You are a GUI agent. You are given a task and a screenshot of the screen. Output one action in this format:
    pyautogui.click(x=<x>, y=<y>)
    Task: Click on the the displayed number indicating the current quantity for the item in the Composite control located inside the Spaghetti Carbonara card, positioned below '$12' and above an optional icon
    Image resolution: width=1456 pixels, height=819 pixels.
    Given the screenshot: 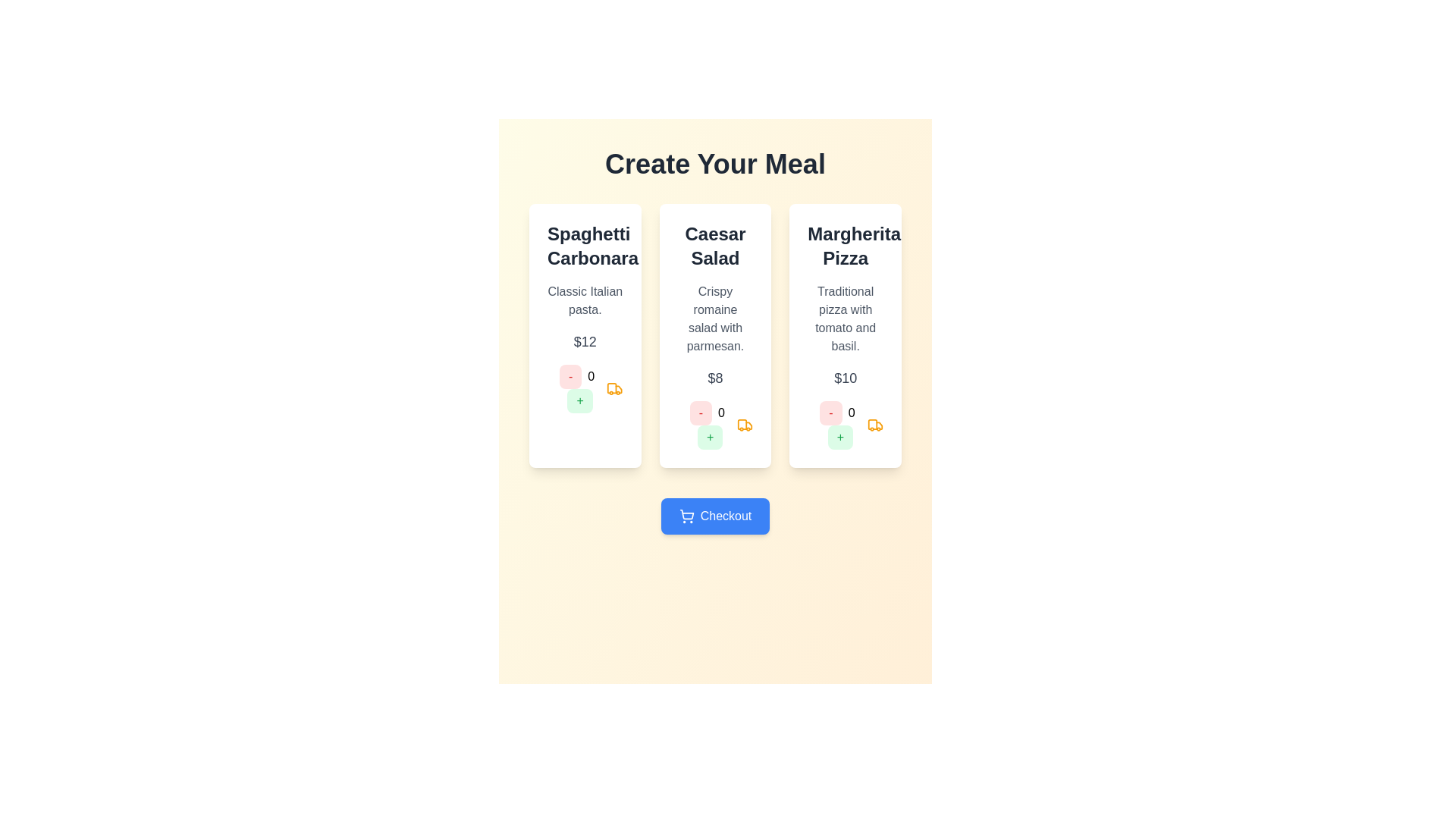 What is the action you would take?
    pyautogui.click(x=576, y=388)
    